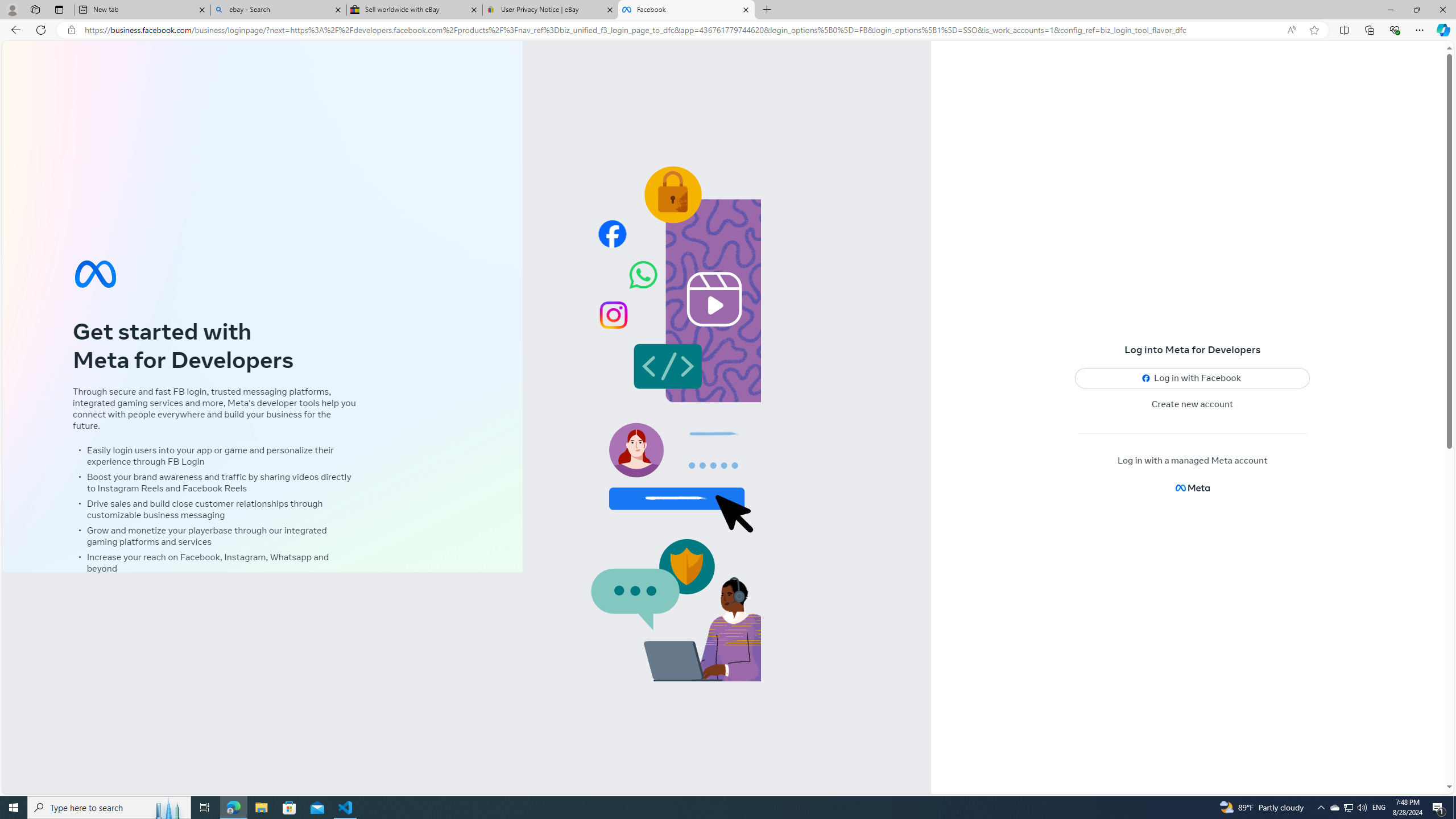  I want to click on 'Log in with a managed Meta account', so click(1192, 460).